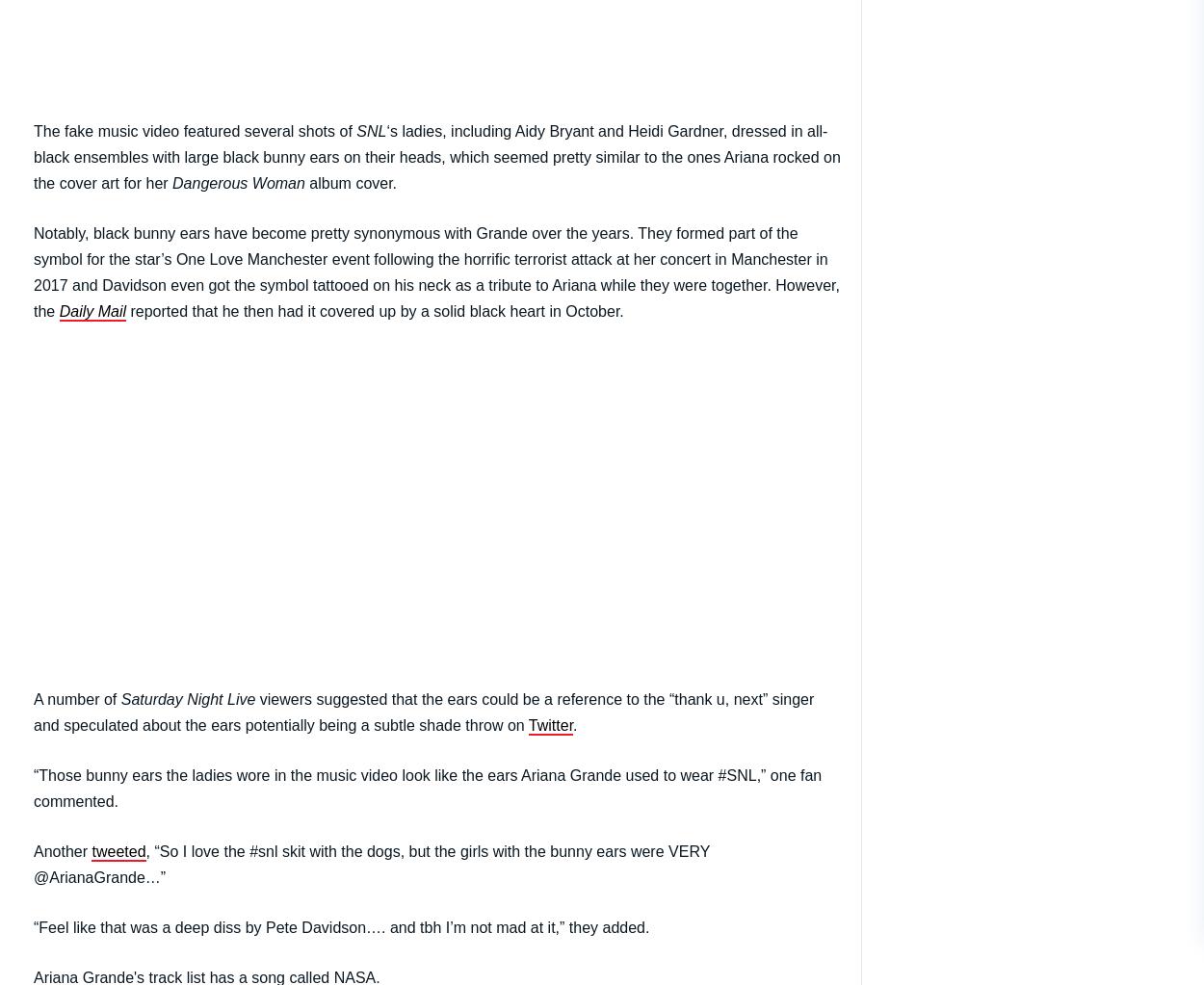  Describe the element at coordinates (528, 723) in the screenshot. I see `'Twitter'` at that location.